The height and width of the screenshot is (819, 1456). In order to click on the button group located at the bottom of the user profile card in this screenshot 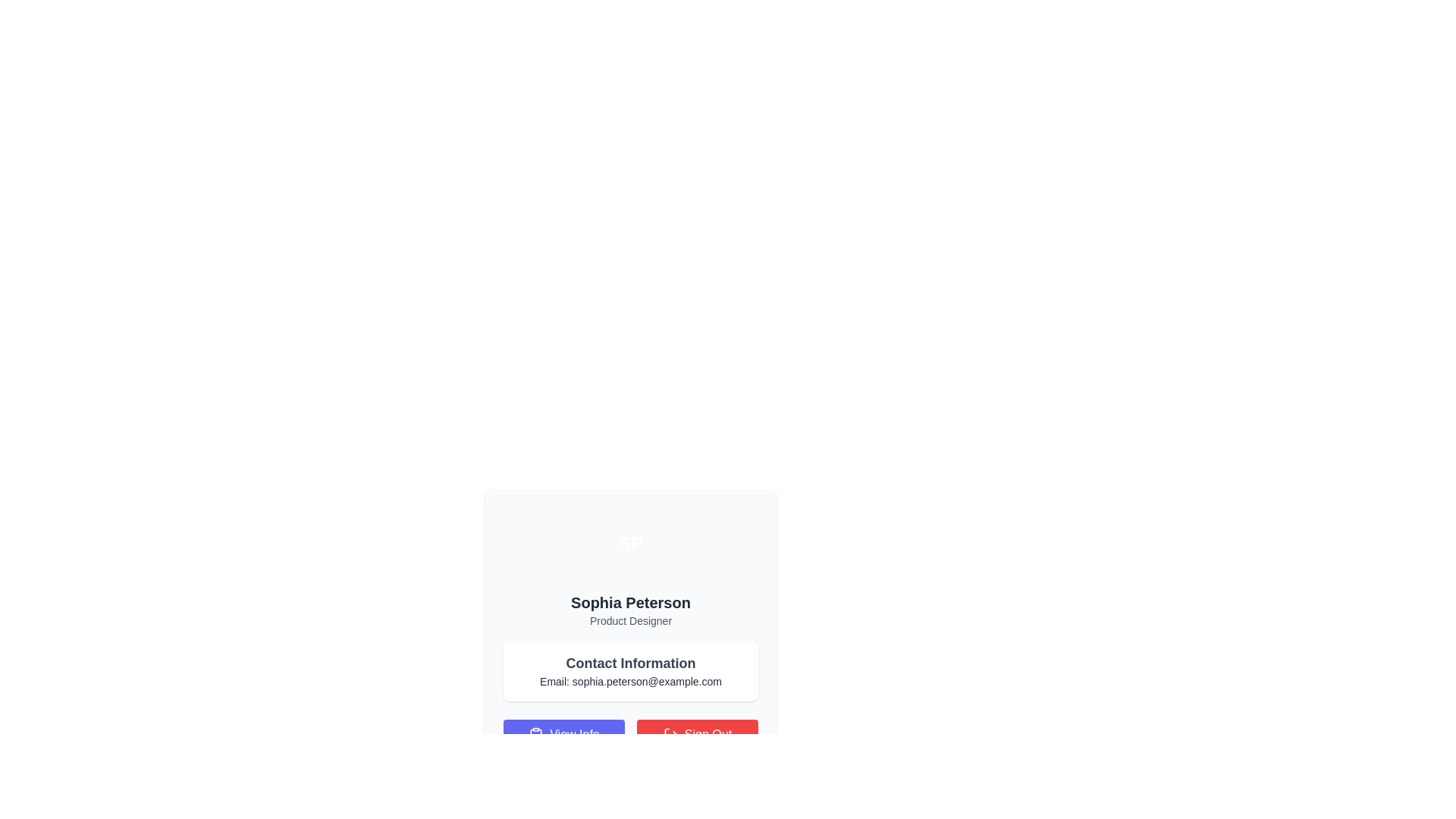, I will do `click(630, 733)`.